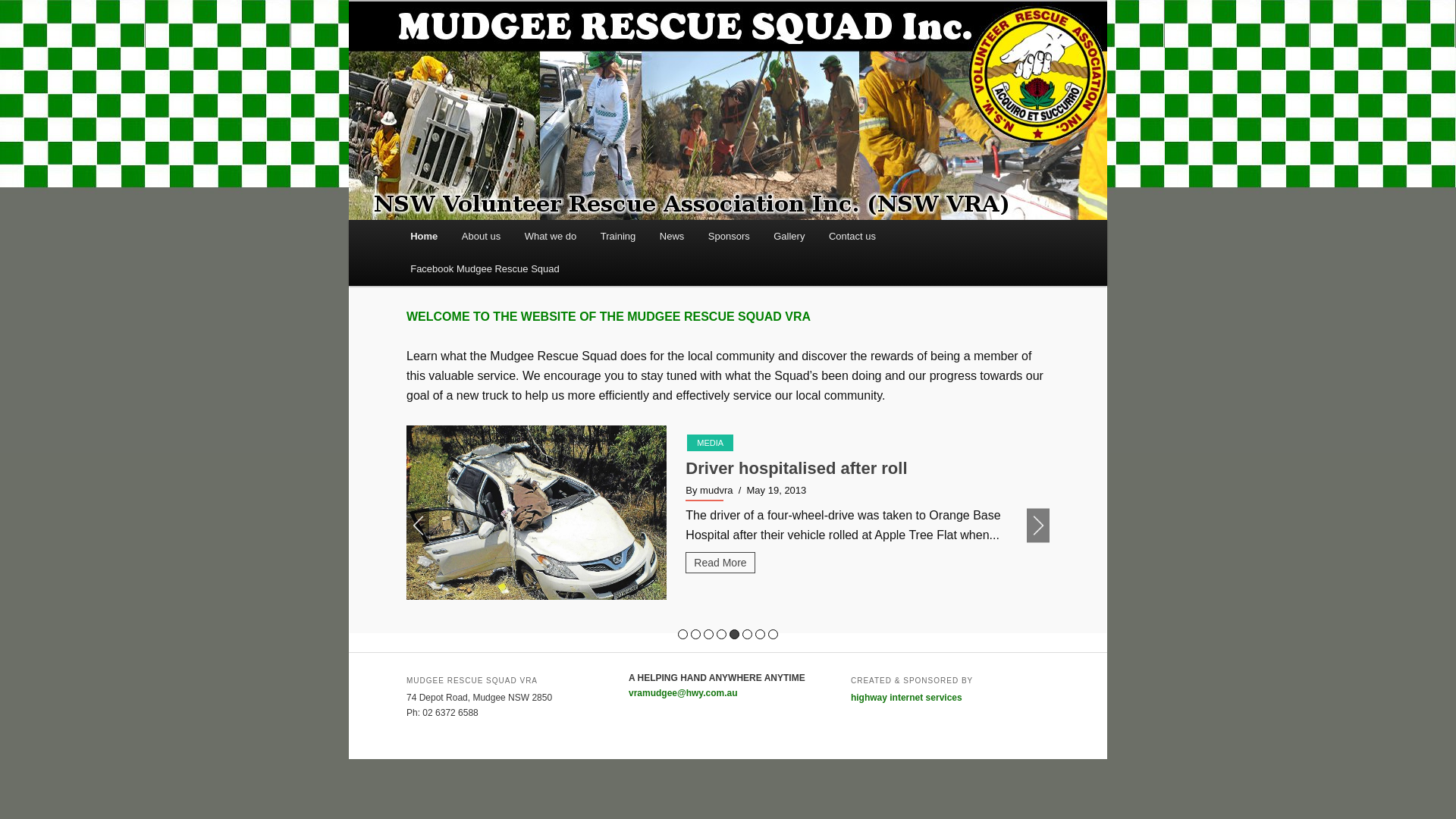 The height and width of the screenshot is (819, 1456). Describe the element at coordinates (671, 236) in the screenshot. I see `'News'` at that location.